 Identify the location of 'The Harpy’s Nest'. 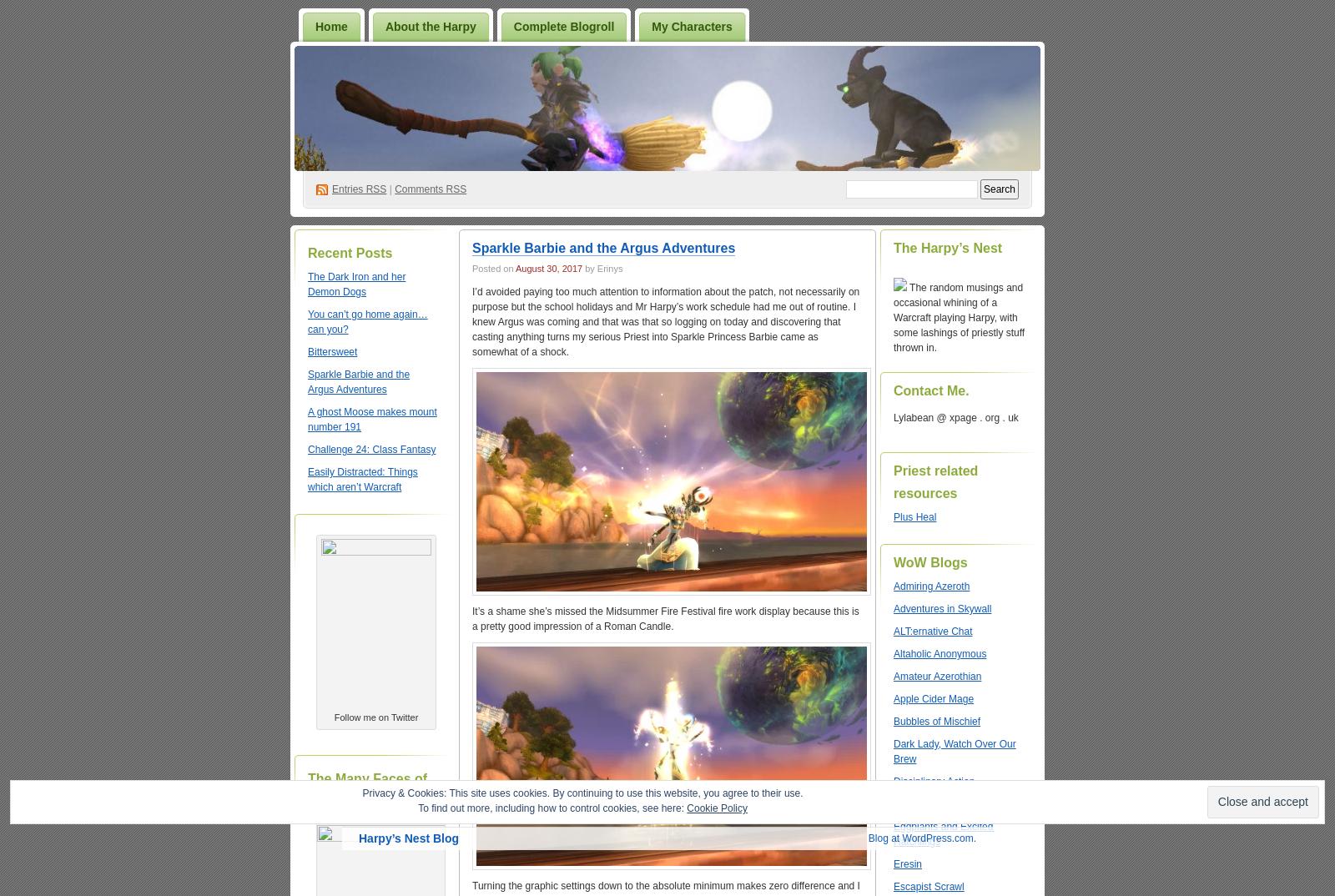
(948, 248).